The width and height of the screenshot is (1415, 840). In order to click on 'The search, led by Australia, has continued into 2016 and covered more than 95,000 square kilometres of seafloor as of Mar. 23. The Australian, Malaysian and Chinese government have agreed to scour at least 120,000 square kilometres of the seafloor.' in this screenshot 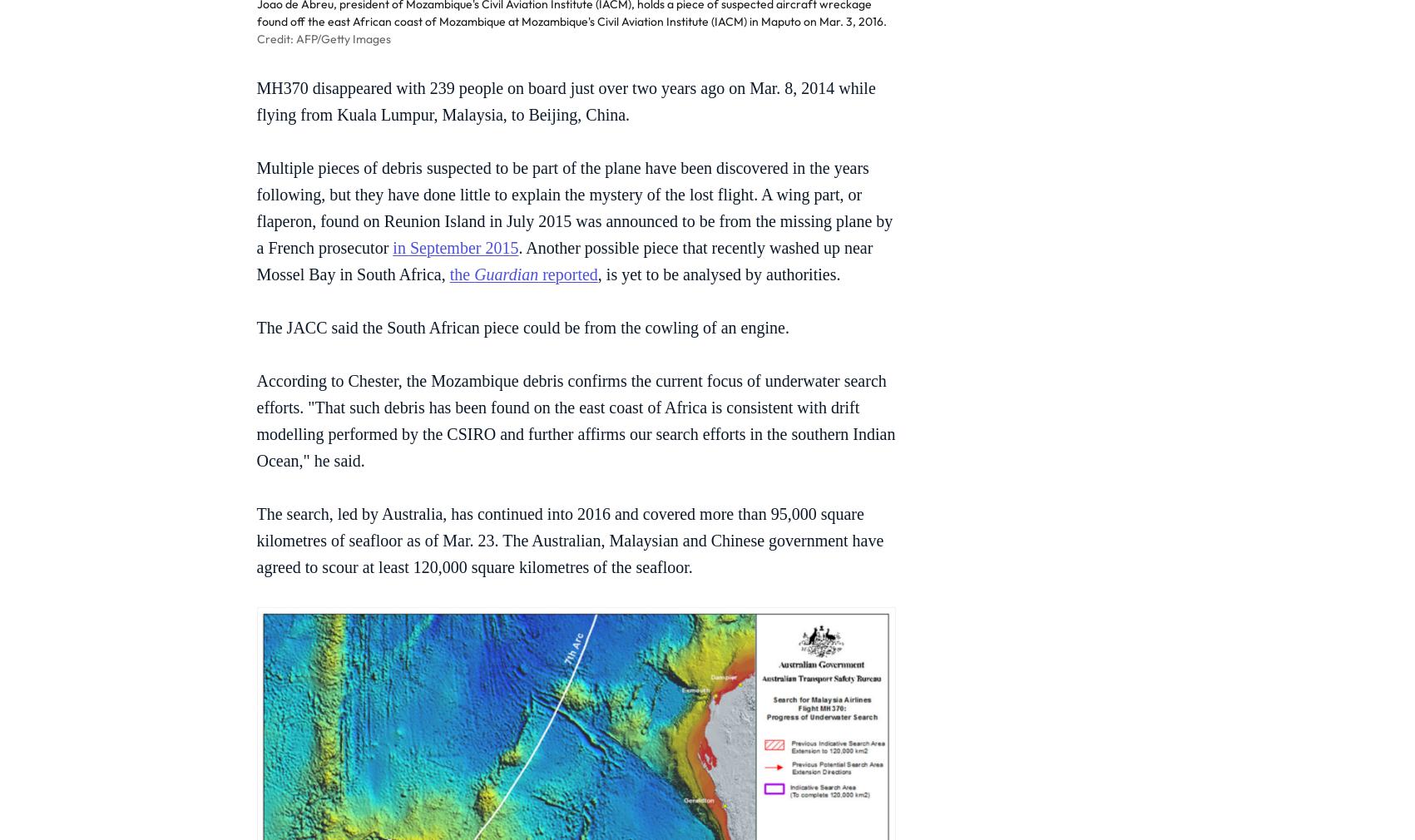, I will do `click(568, 540)`.